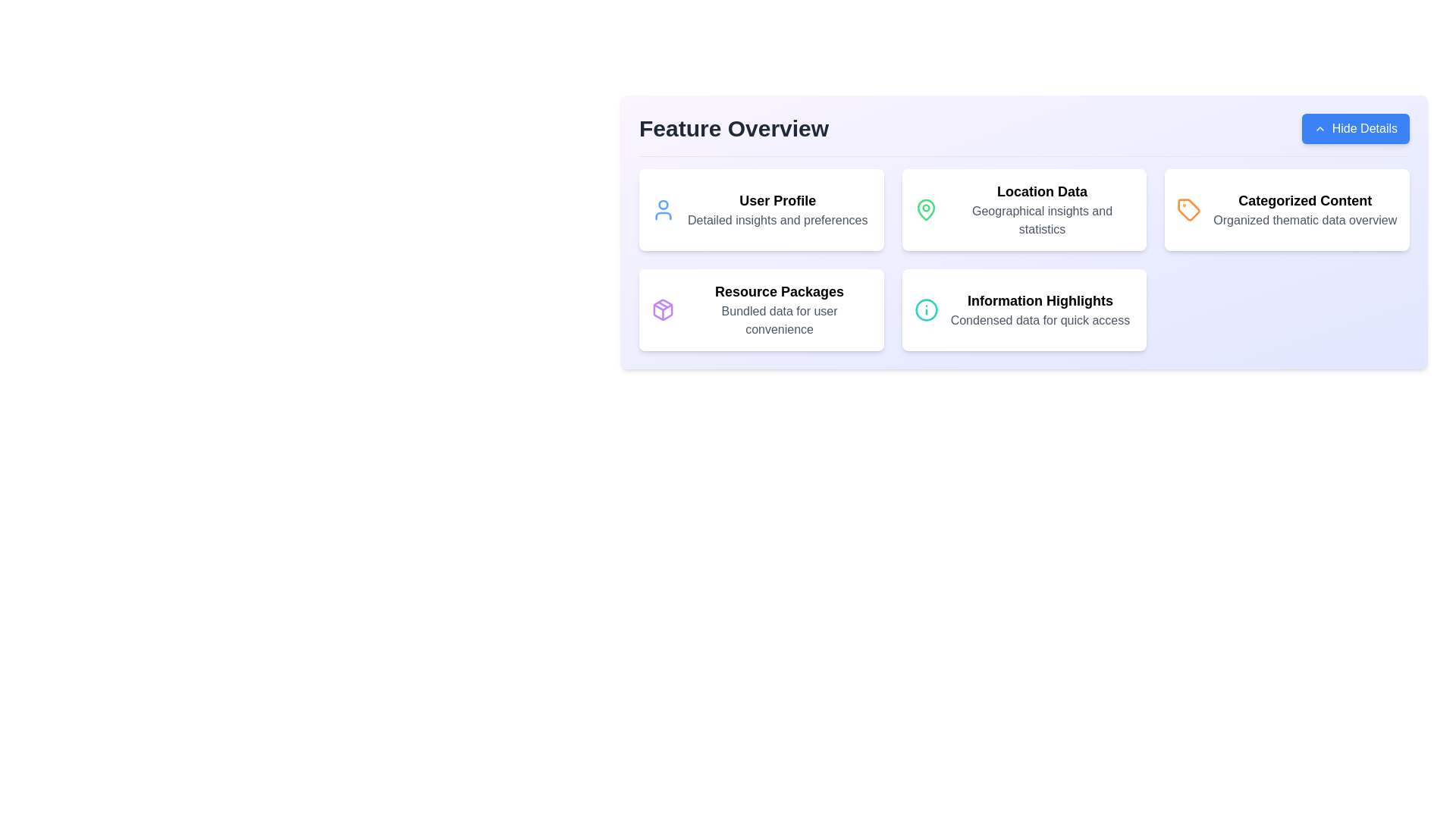 This screenshot has height=819, width=1456. I want to click on the circular information icon with a teal outline and 'i' symbol, located in the 'Information Highlights' card, so click(925, 309).